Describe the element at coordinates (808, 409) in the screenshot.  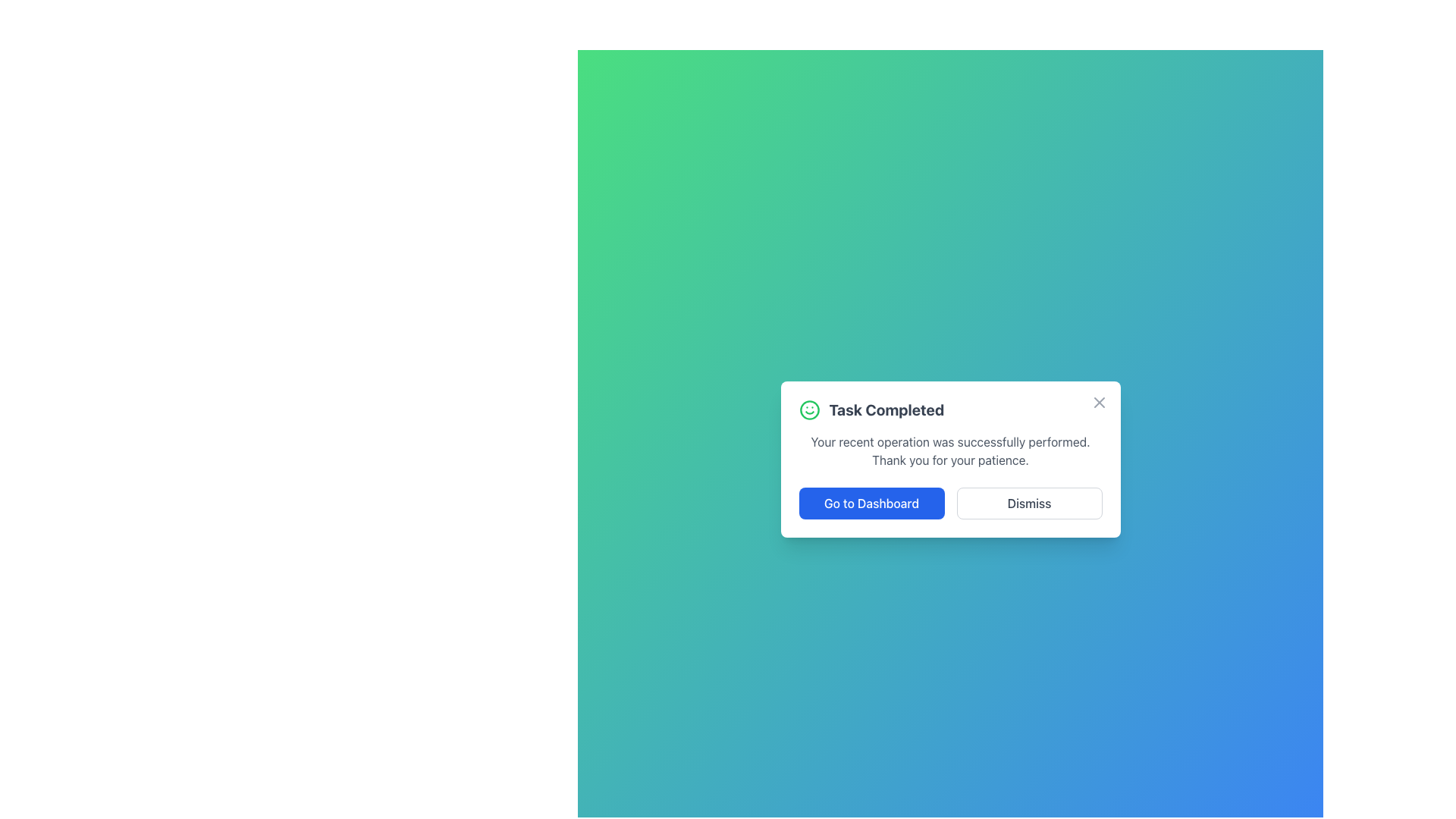
I see `the green circular ring icon representing a stylized face, located in the top-left corner of the confirmation dialog box near the title text 'Task Completed'` at that location.